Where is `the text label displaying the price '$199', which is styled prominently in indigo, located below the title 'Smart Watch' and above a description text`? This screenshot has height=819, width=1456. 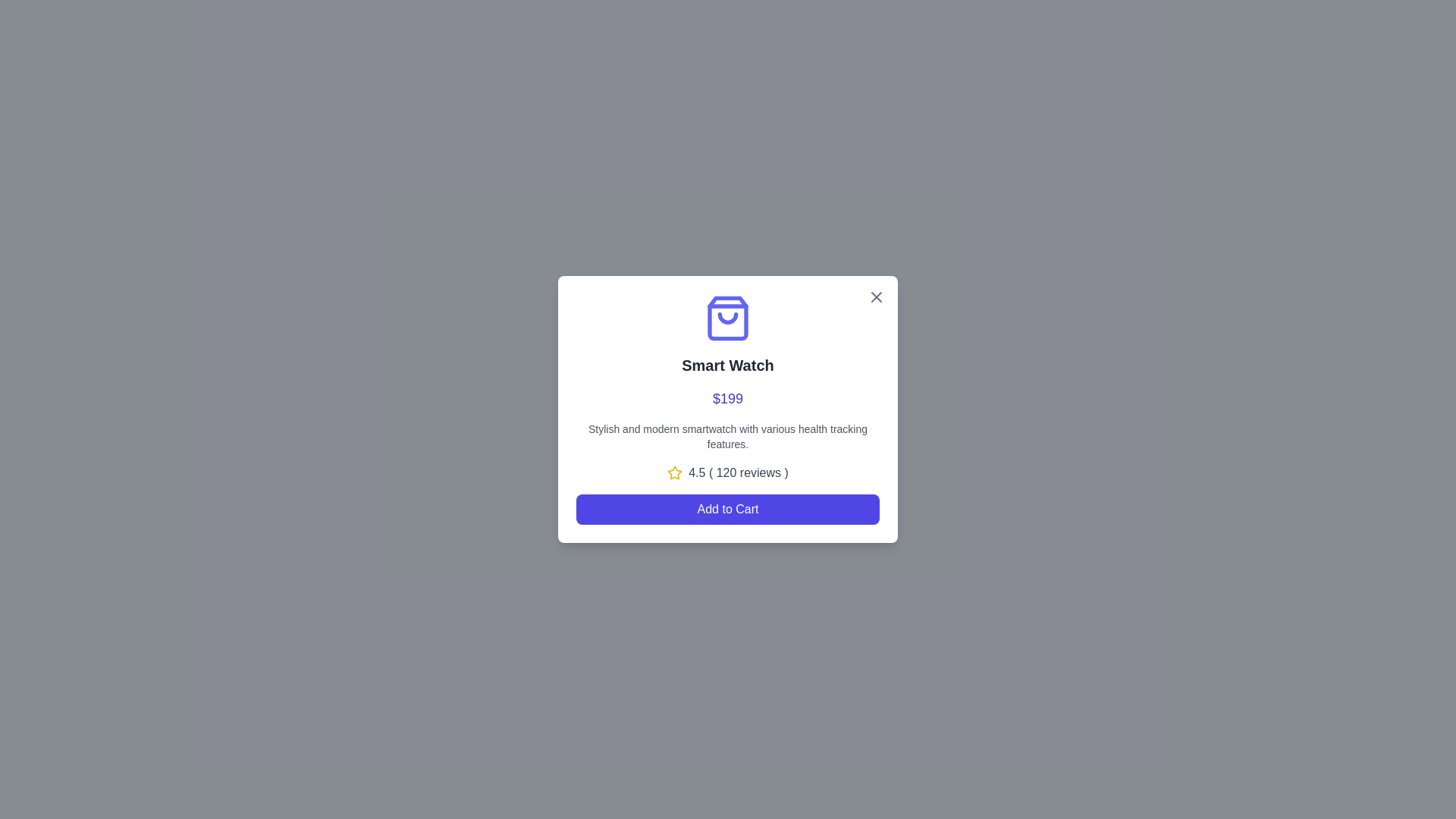
the text label displaying the price '$199', which is styled prominently in indigo, located below the title 'Smart Watch' and above a description text is located at coordinates (728, 397).